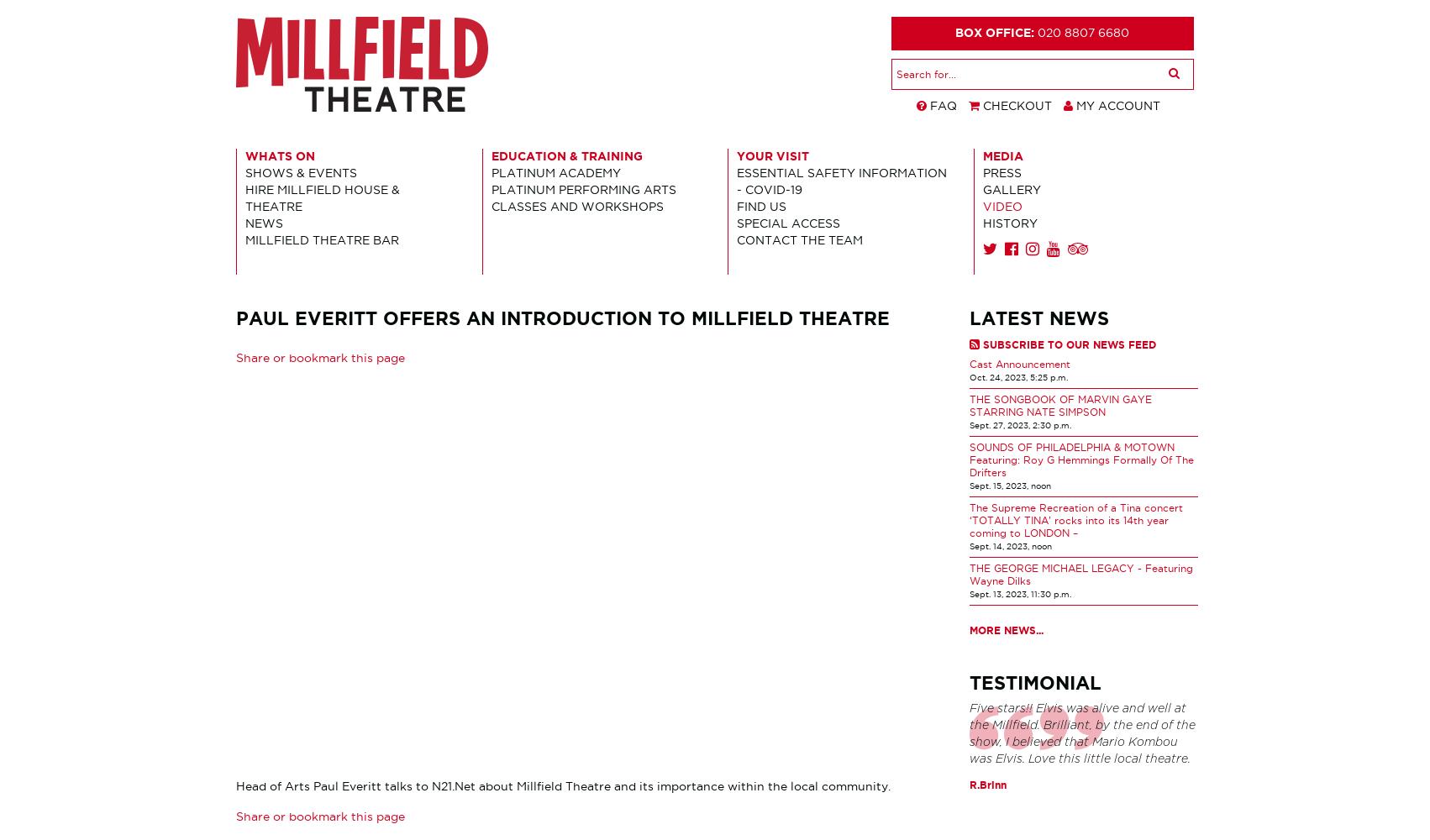 This screenshot has height=840, width=1430. What do you see at coordinates (1080, 733) in the screenshot?
I see `'Five stars!! Elvis was alive and well at the Millfield. Brilliant, by the end of the show, I believed that Mario Kombou was Elvis. Love this little local theatre.'` at bounding box center [1080, 733].